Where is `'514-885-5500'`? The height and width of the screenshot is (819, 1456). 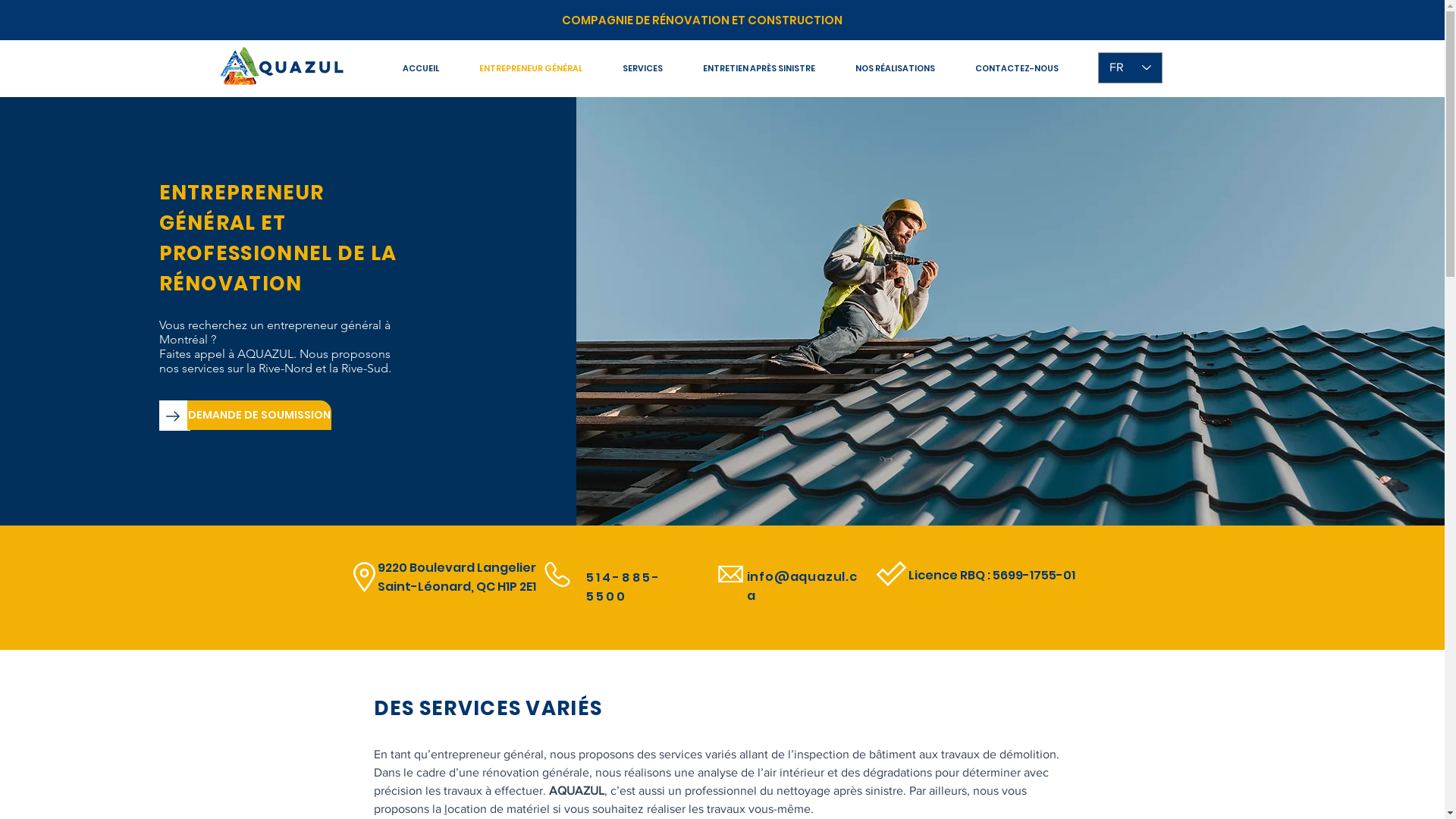
'514-885-5500' is located at coordinates (623, 586).